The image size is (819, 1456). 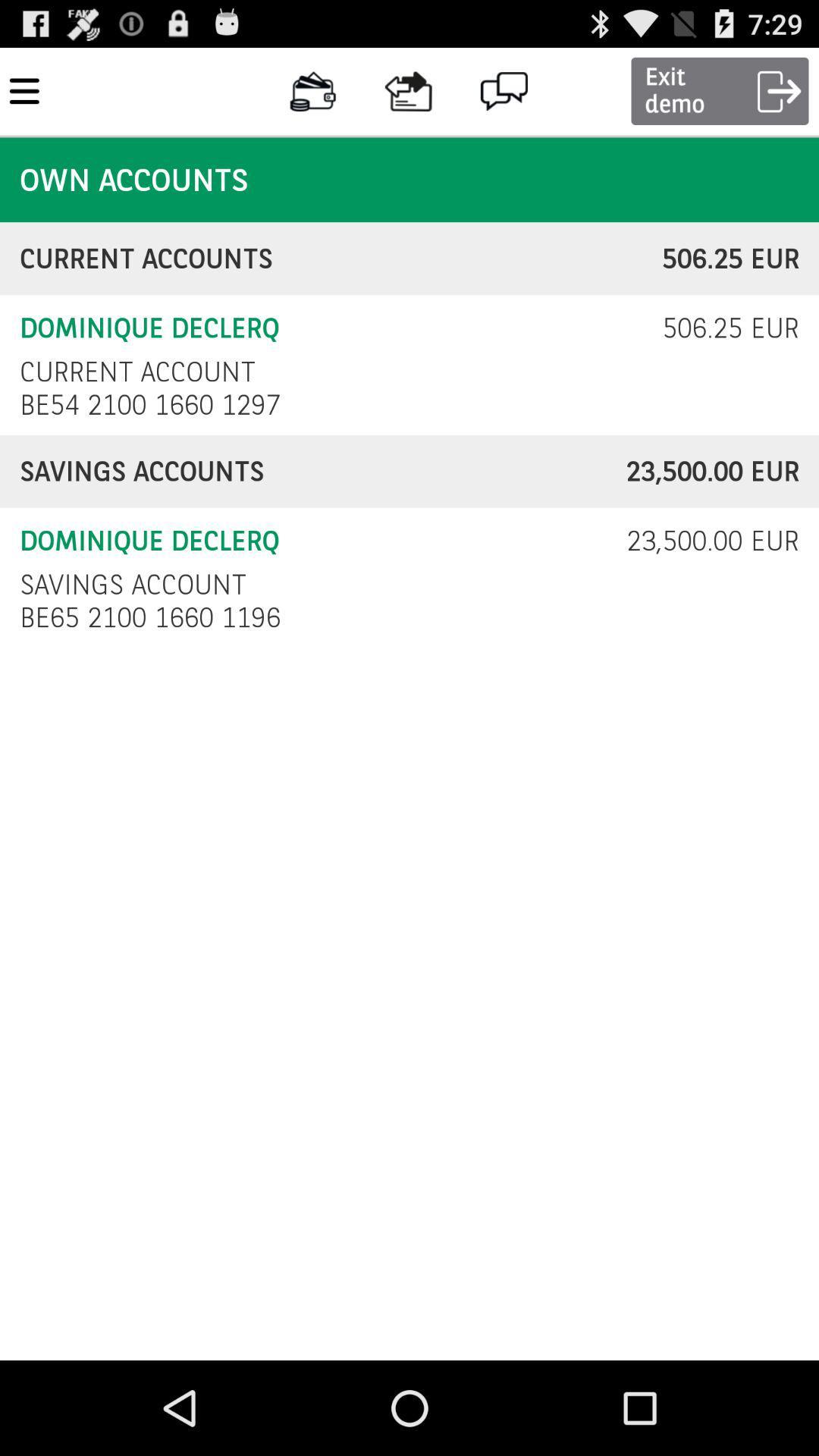 What do you see at coordinates (132, 584) in the screenshot?
I see `icon to the left of 23 500 00 checkbox` at bounding box center [132, 584].